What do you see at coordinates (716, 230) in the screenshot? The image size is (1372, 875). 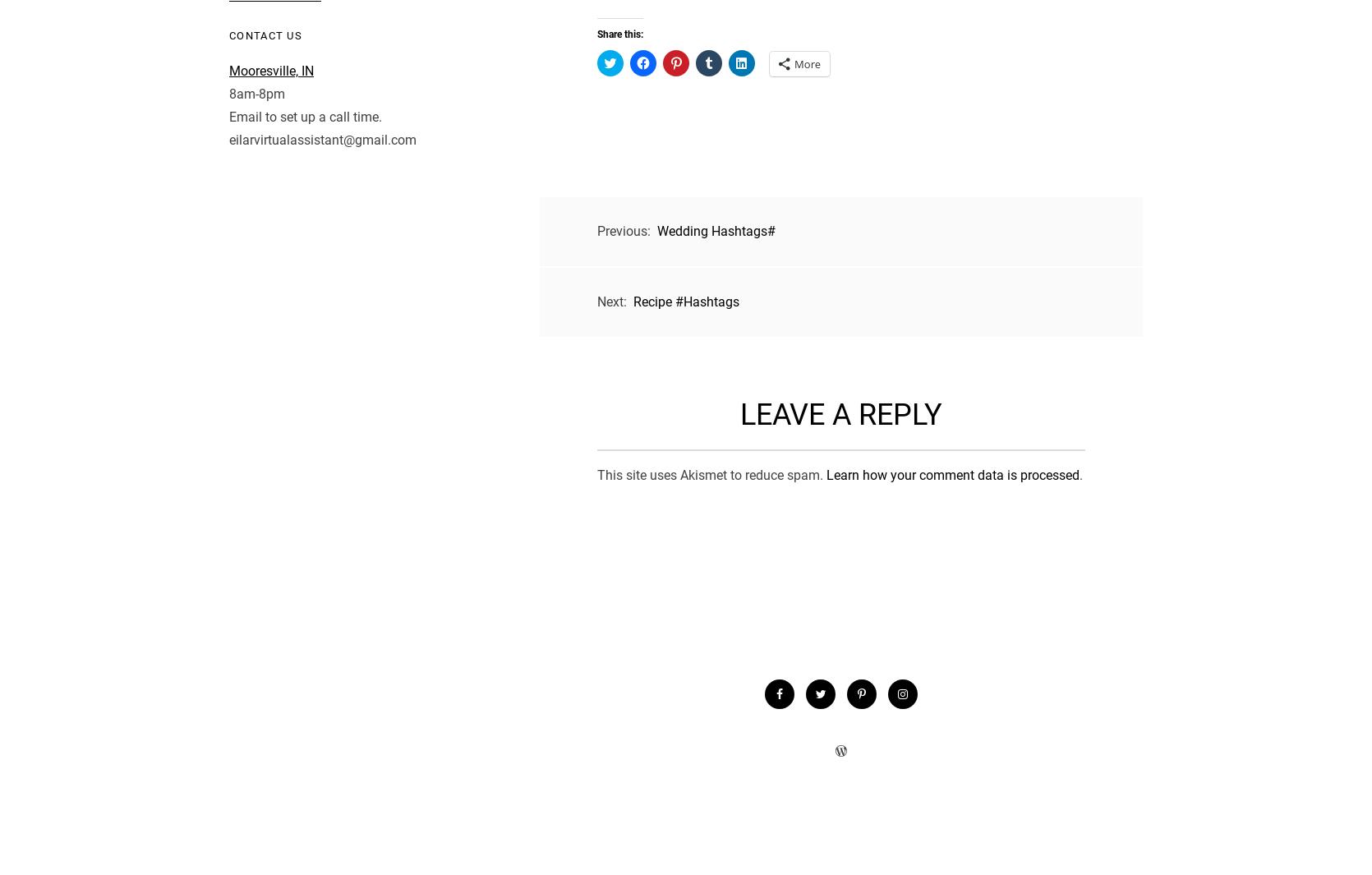 I see `'Wedding Hashtags#'` at bounding box center [716, 230].